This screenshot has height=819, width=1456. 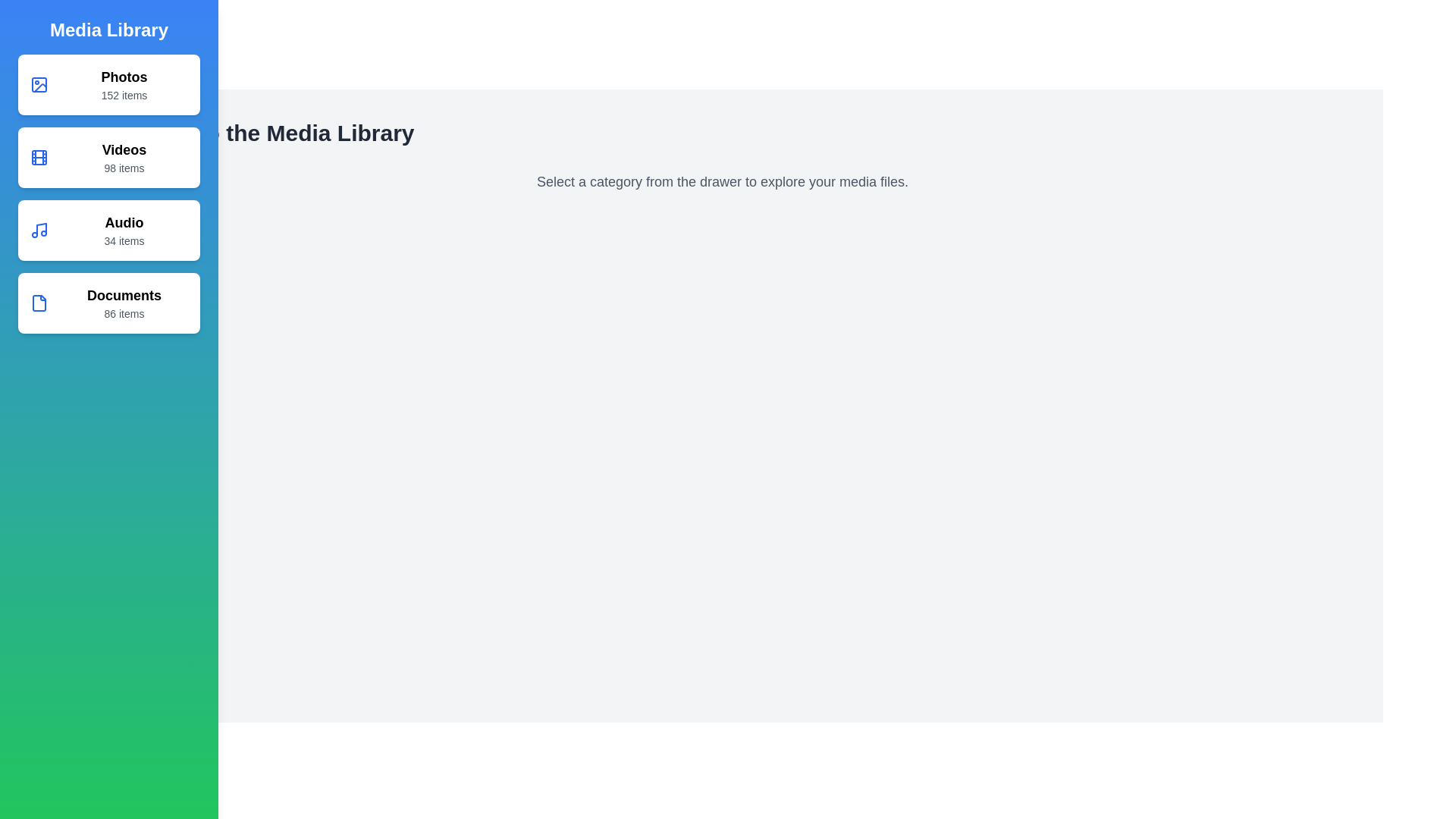 What do you see at coordinates (108, 231) in the screenshot?
I see `the media category Audio to observe its hover effect` at bounding box center [108, 231].